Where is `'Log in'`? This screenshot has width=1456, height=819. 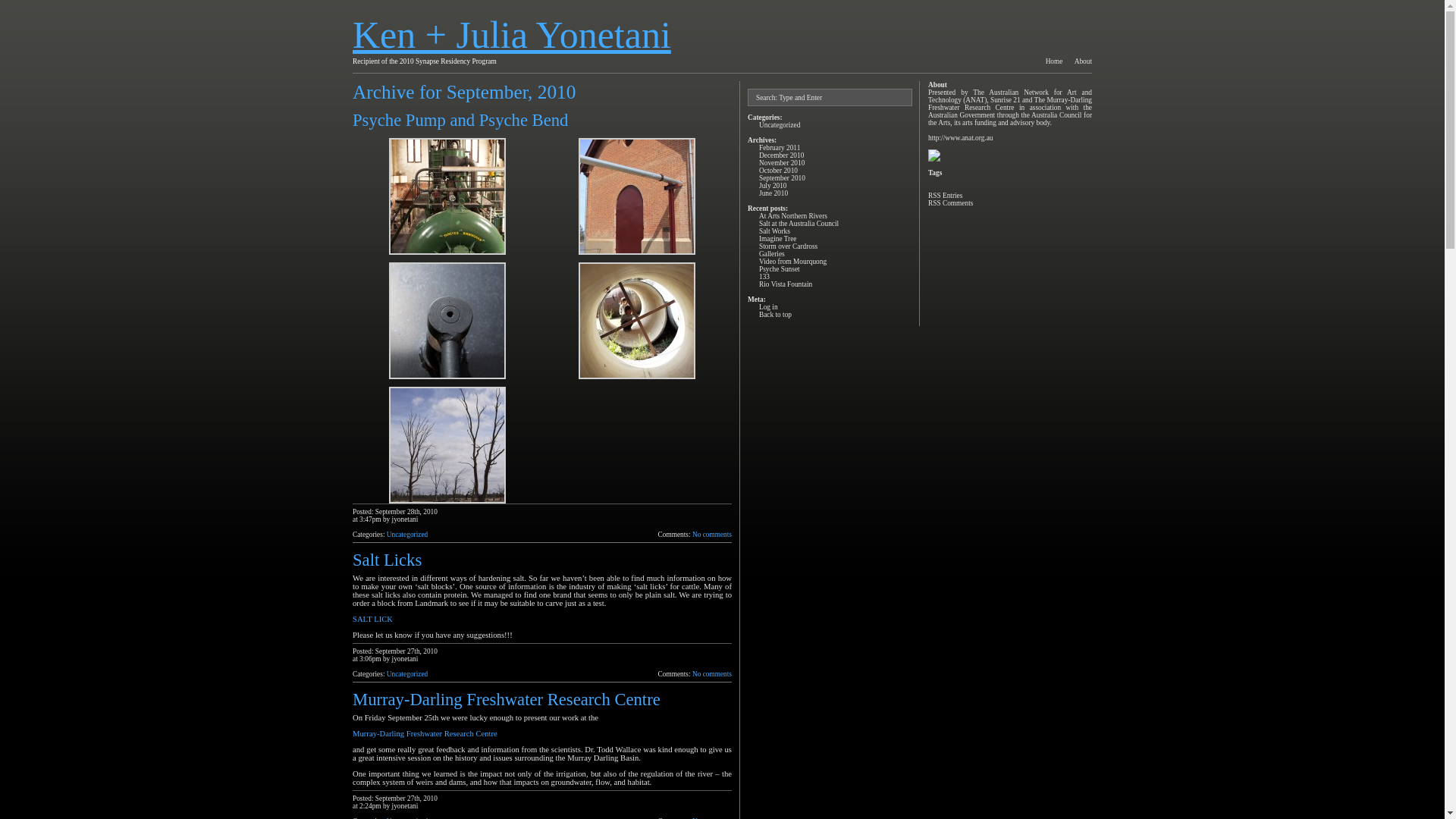
'Log in' is located at coordinates (768, 307).